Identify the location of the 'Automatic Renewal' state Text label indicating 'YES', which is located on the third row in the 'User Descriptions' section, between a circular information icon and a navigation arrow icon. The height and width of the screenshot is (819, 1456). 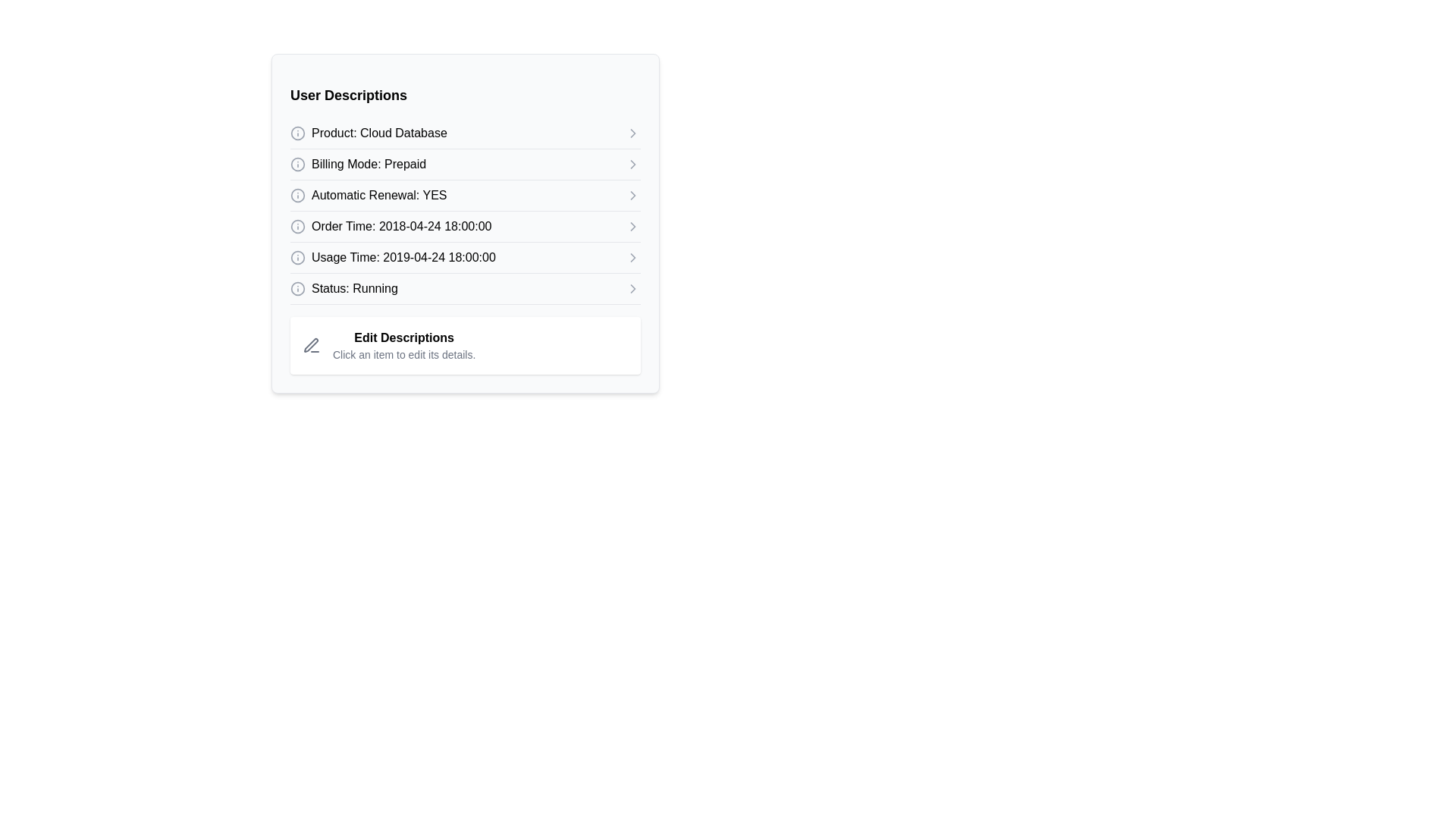
(379, 195).